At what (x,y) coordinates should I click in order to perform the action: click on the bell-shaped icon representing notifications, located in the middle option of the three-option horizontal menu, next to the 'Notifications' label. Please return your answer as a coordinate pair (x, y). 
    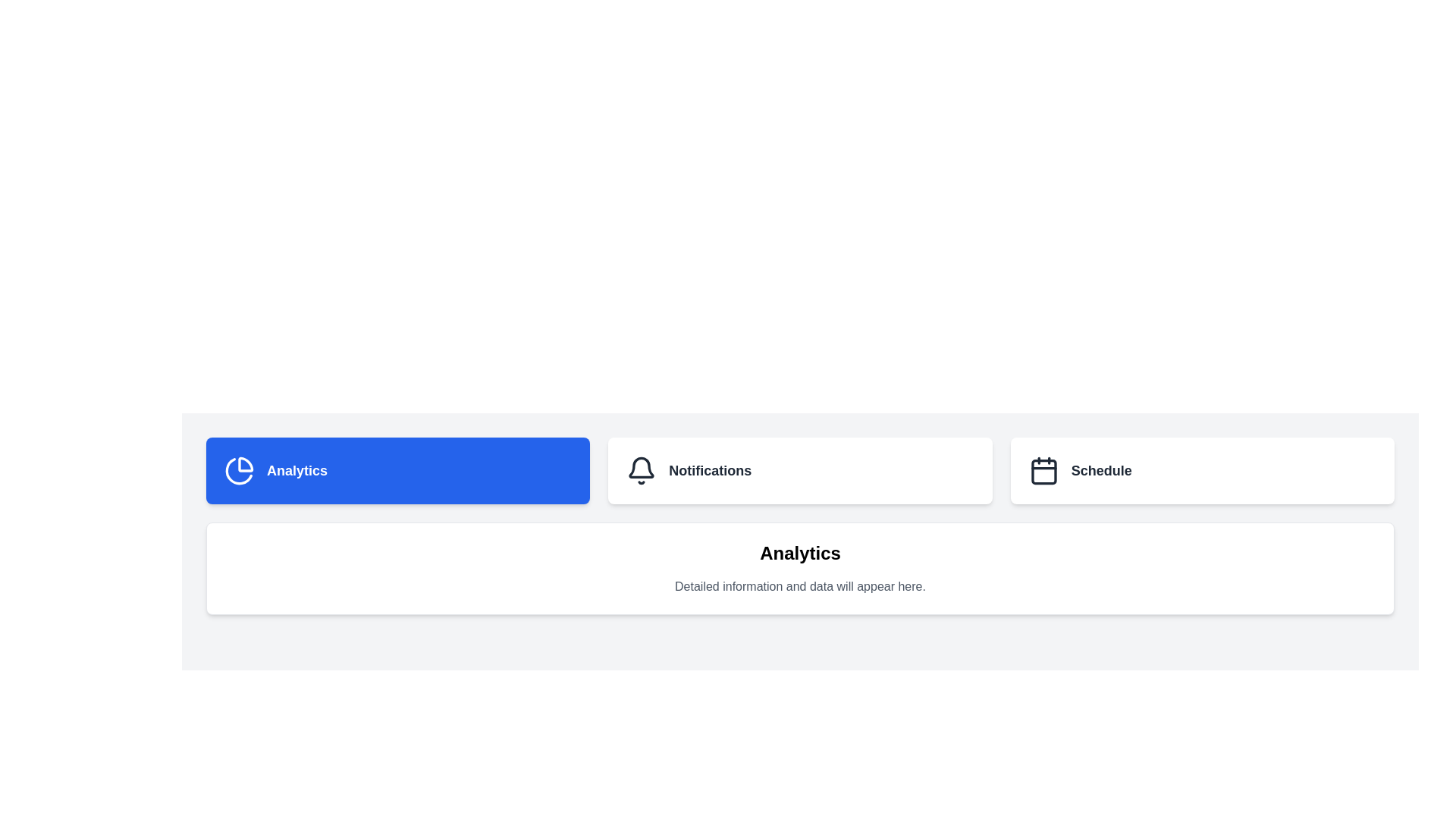
    Looking at the image, I should click on (642, 470).